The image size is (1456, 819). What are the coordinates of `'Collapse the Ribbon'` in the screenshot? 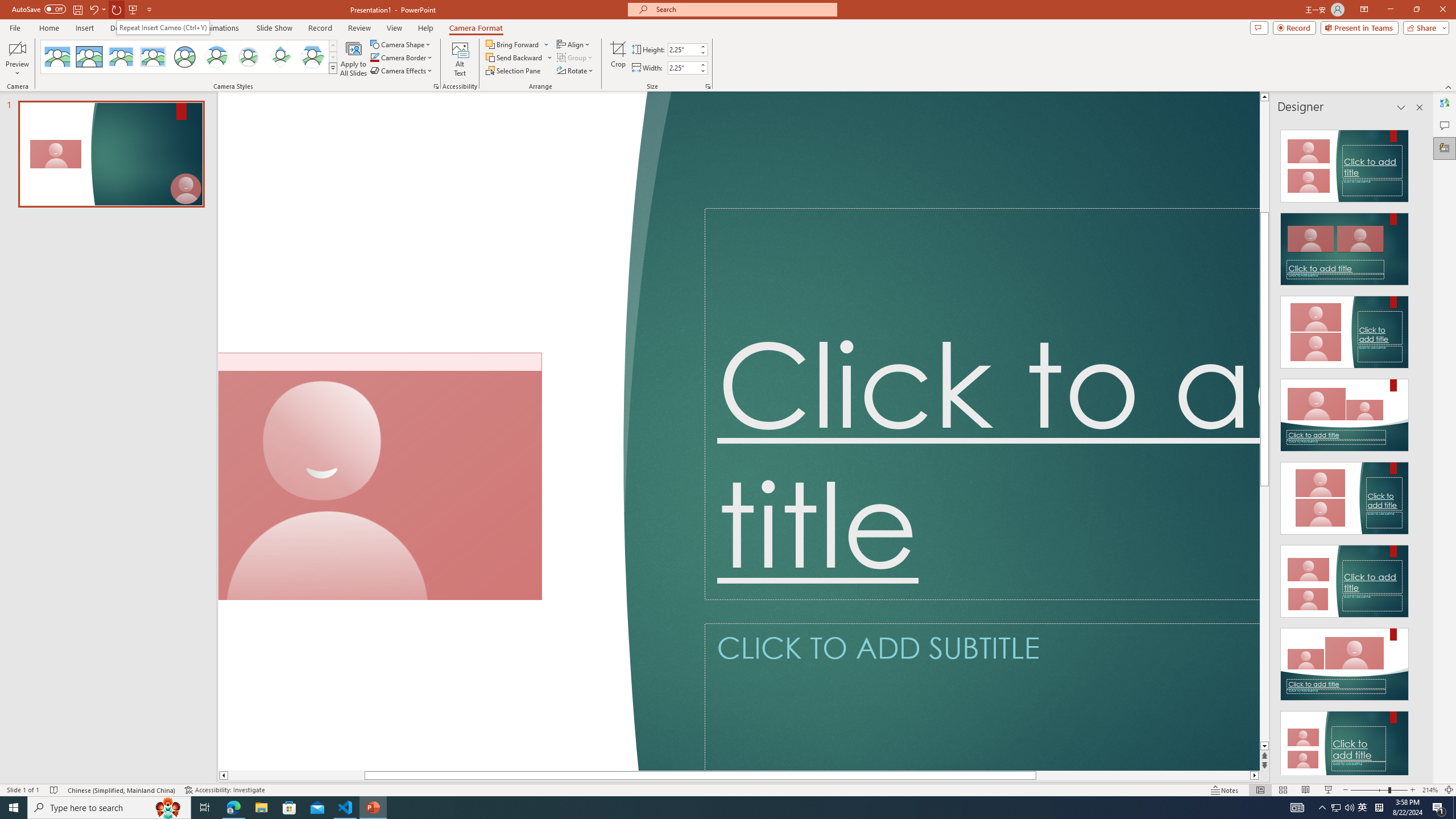 It's located at (1449, 87).